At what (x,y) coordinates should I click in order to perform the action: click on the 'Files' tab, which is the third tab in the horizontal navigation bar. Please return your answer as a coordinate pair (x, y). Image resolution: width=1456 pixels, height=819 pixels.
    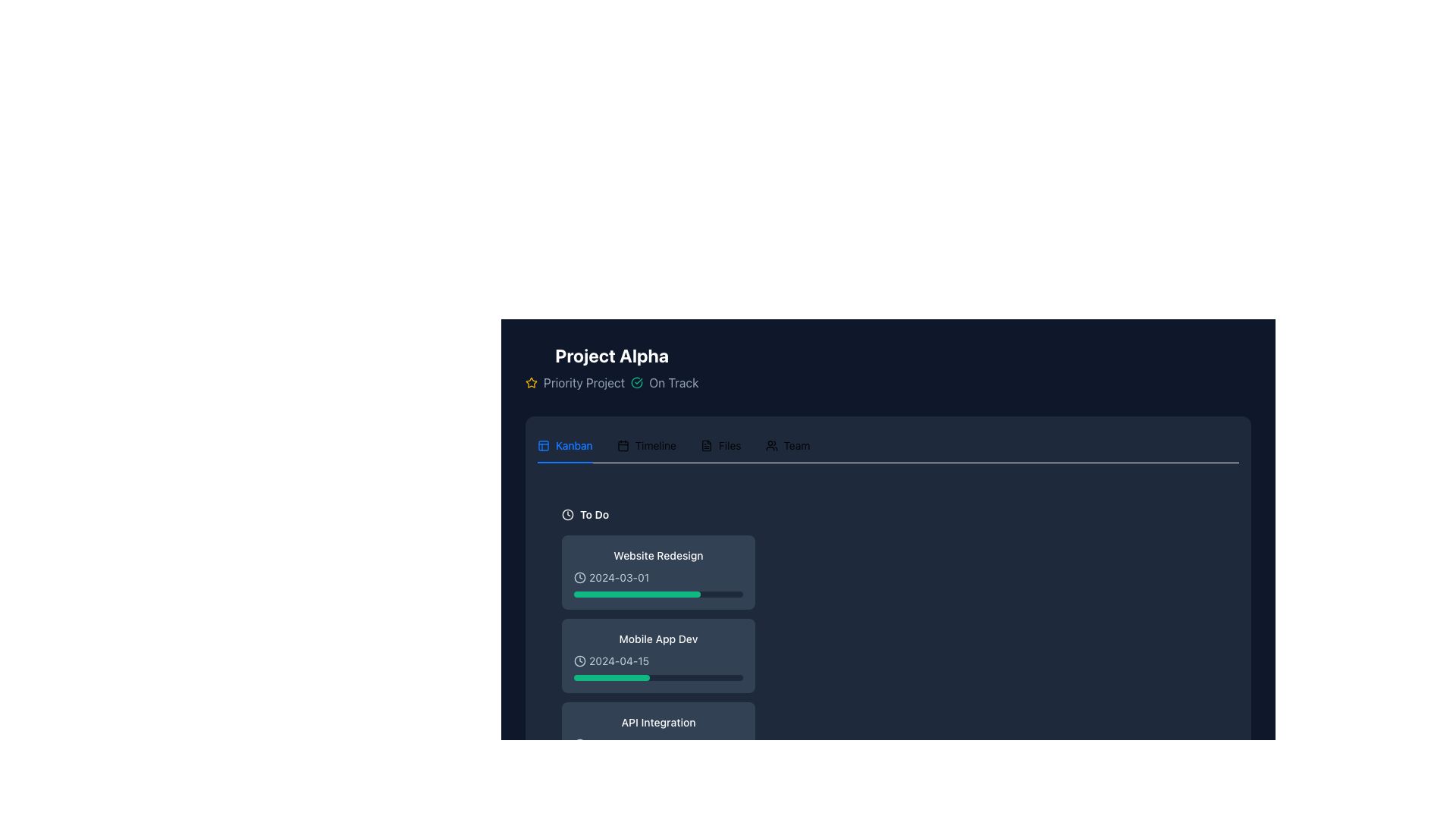
    Looking at the image, I should click on (720, 444).